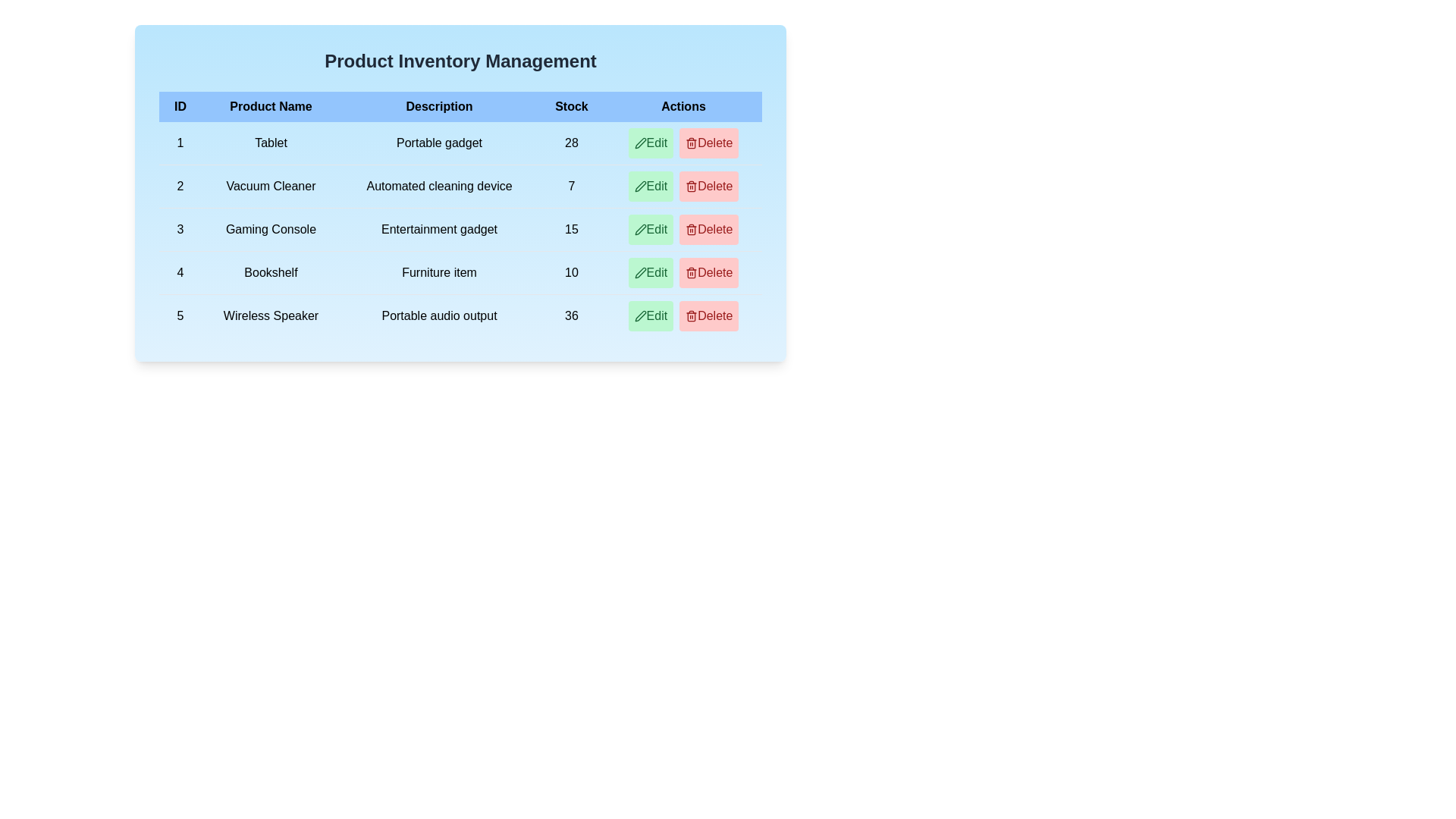  I want to click on the text label displaying 'Portable gadget' in the Description column of the first row of the table, so click(438, 143).